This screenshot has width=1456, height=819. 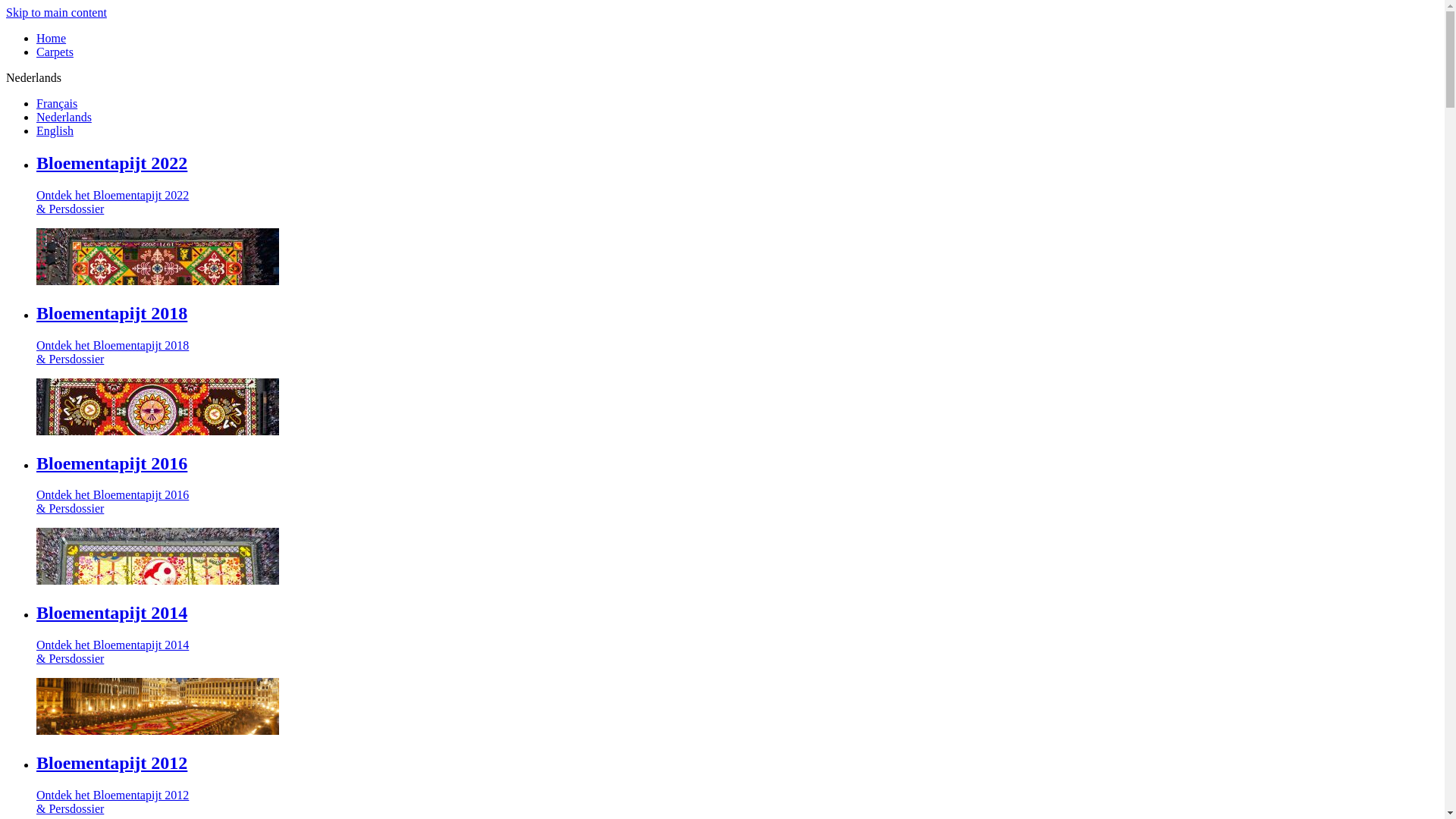 What do you see at coordinates (56, 12) in the screenshot?
I see `'Skip to main content'` at bounding box center [56, 12].